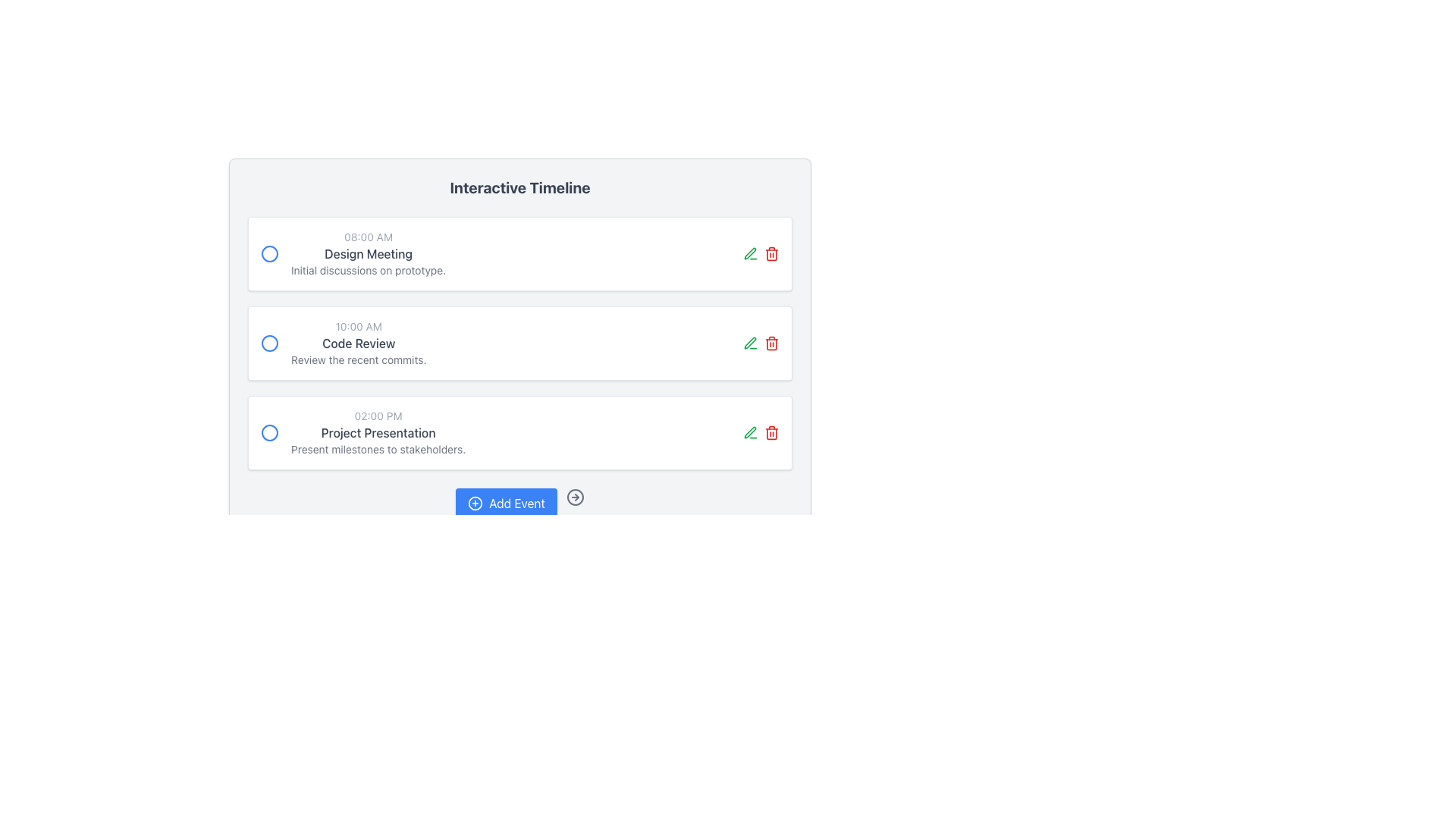  Describe the element at coordinates (475, 503) in the screenshot. I see `the small circular icon with a plus sign located inside the blue 'Add Event' button, positioned at the left end of the button` at that location.